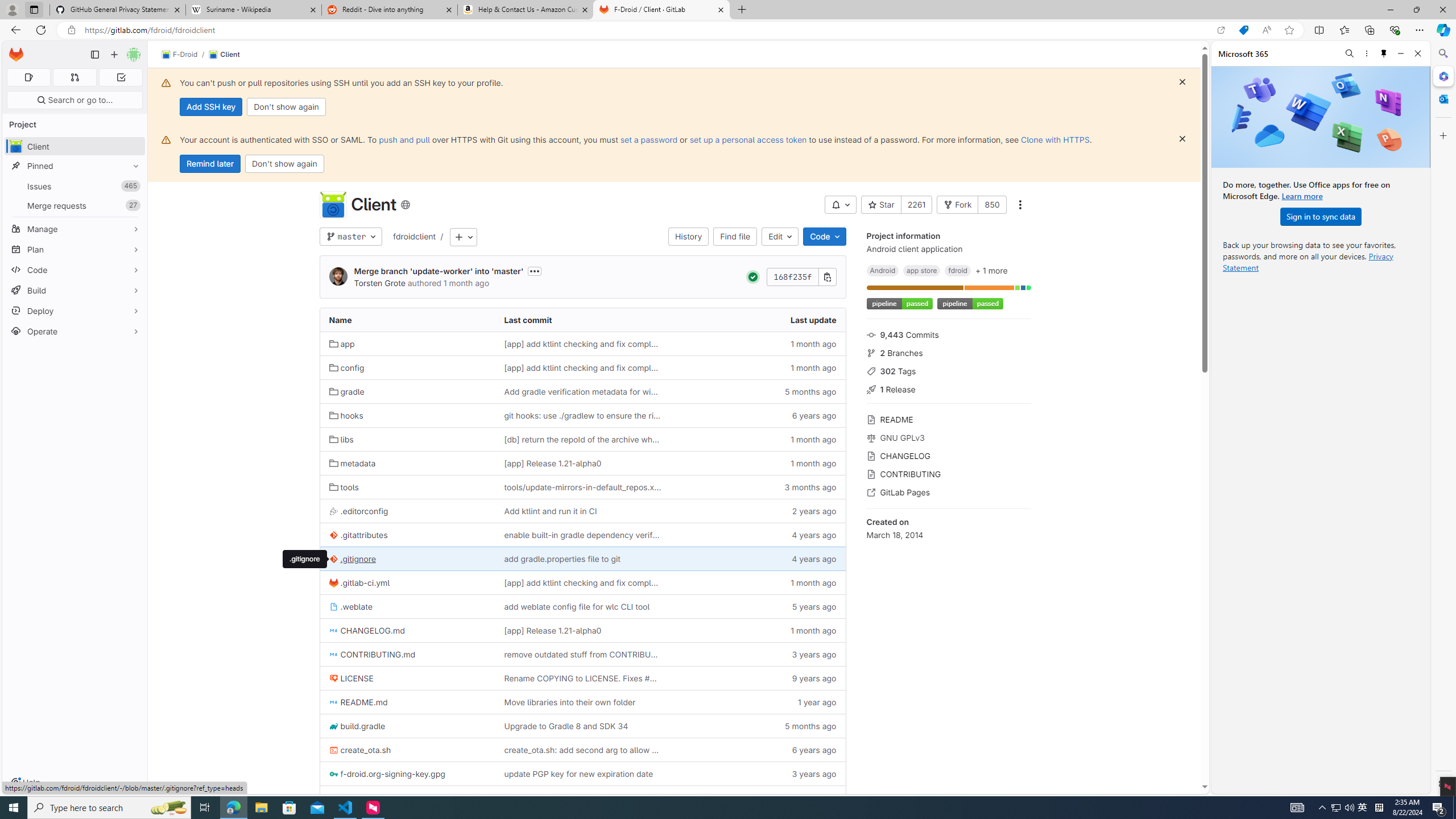 This screenshot has width=1456, height=819. I want to click on 'update PGP key for new expiration date', so click(578, 773).